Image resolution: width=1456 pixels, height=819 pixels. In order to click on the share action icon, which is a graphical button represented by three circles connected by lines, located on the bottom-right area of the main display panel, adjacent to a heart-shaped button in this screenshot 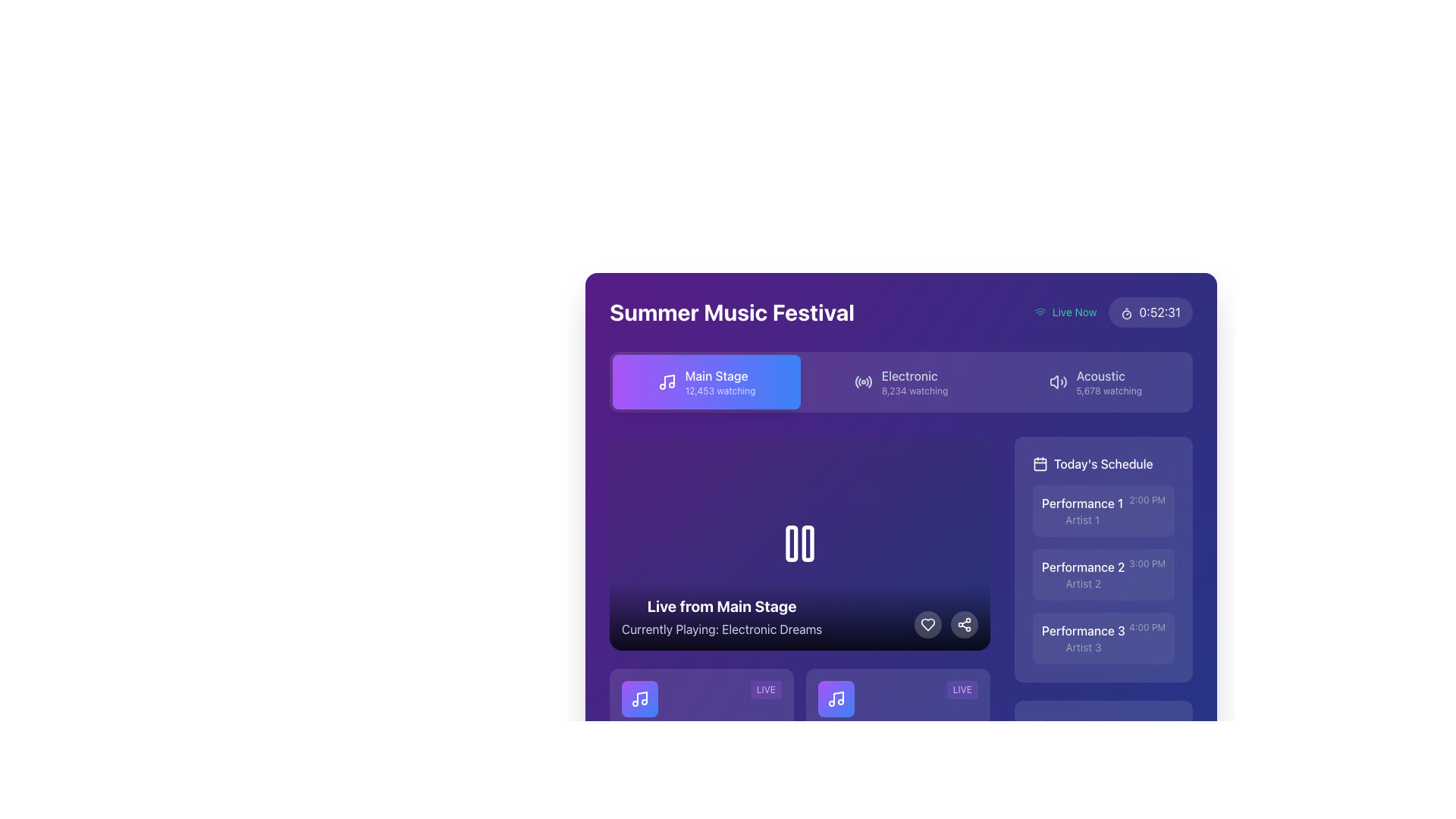, I will do `click(964, 625)`.